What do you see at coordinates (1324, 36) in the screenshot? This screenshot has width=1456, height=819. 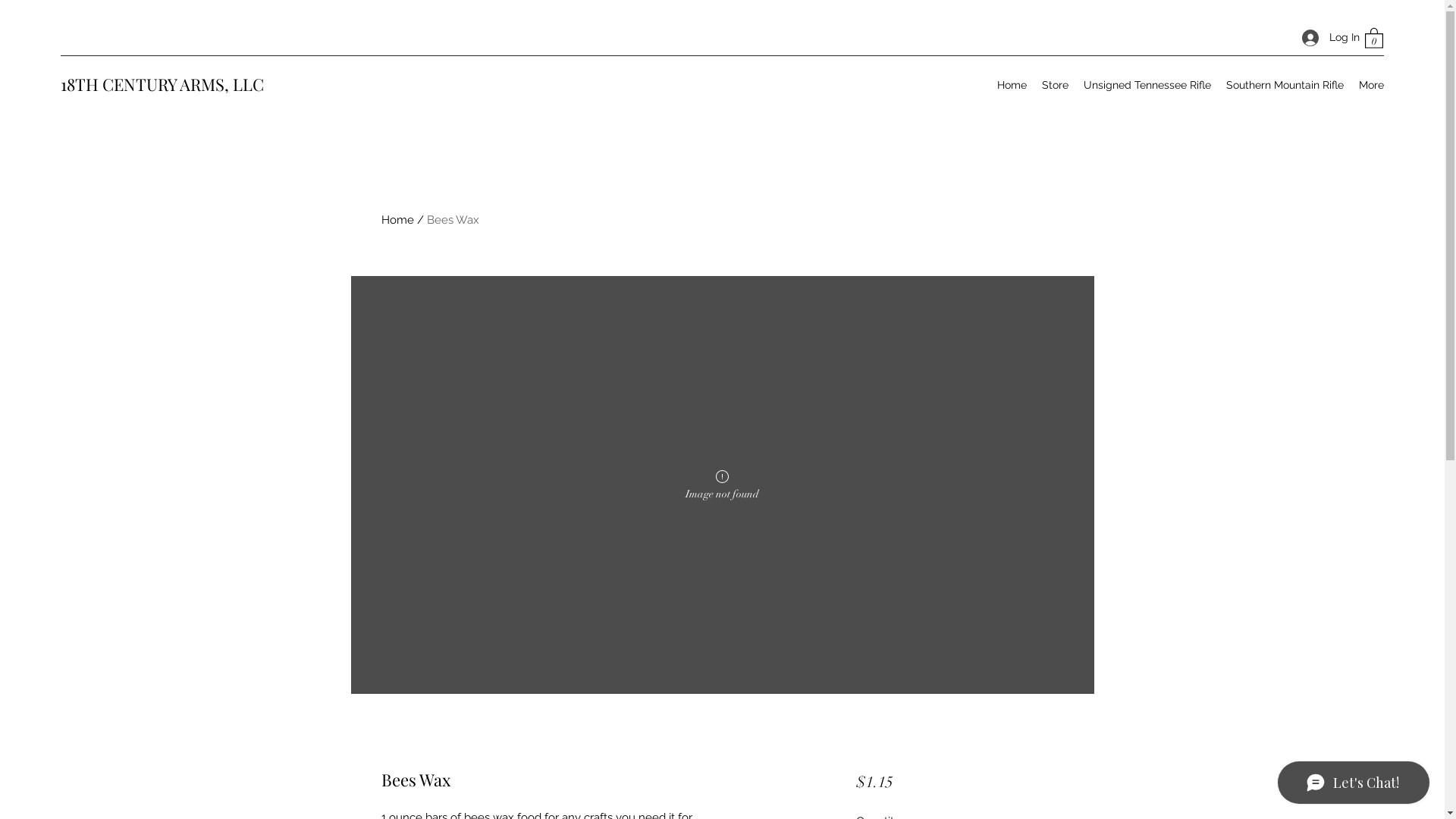 I see `'Log In'` at bounding box center [1324, 36].